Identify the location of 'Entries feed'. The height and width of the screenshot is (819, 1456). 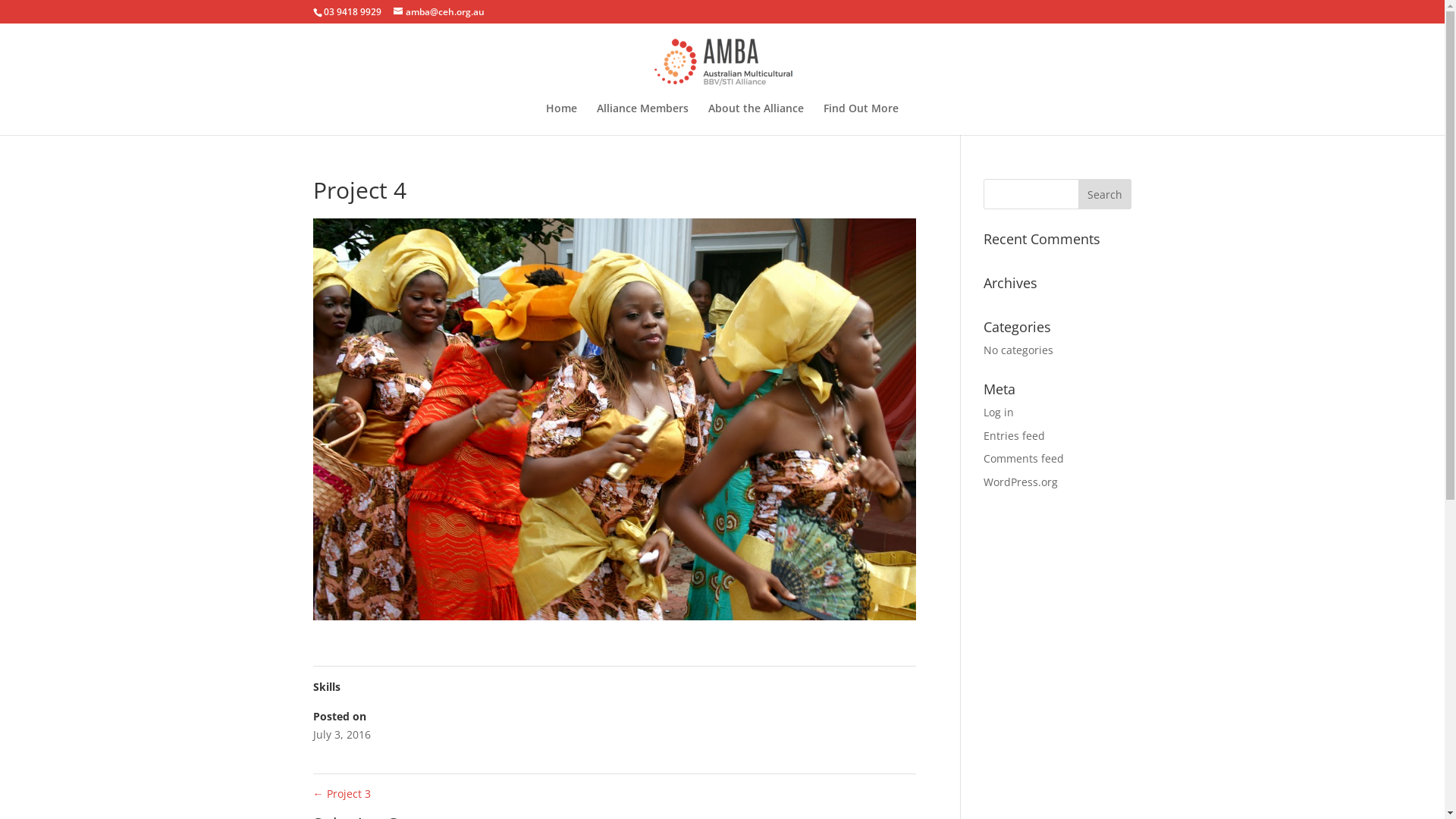
(1014, 435).